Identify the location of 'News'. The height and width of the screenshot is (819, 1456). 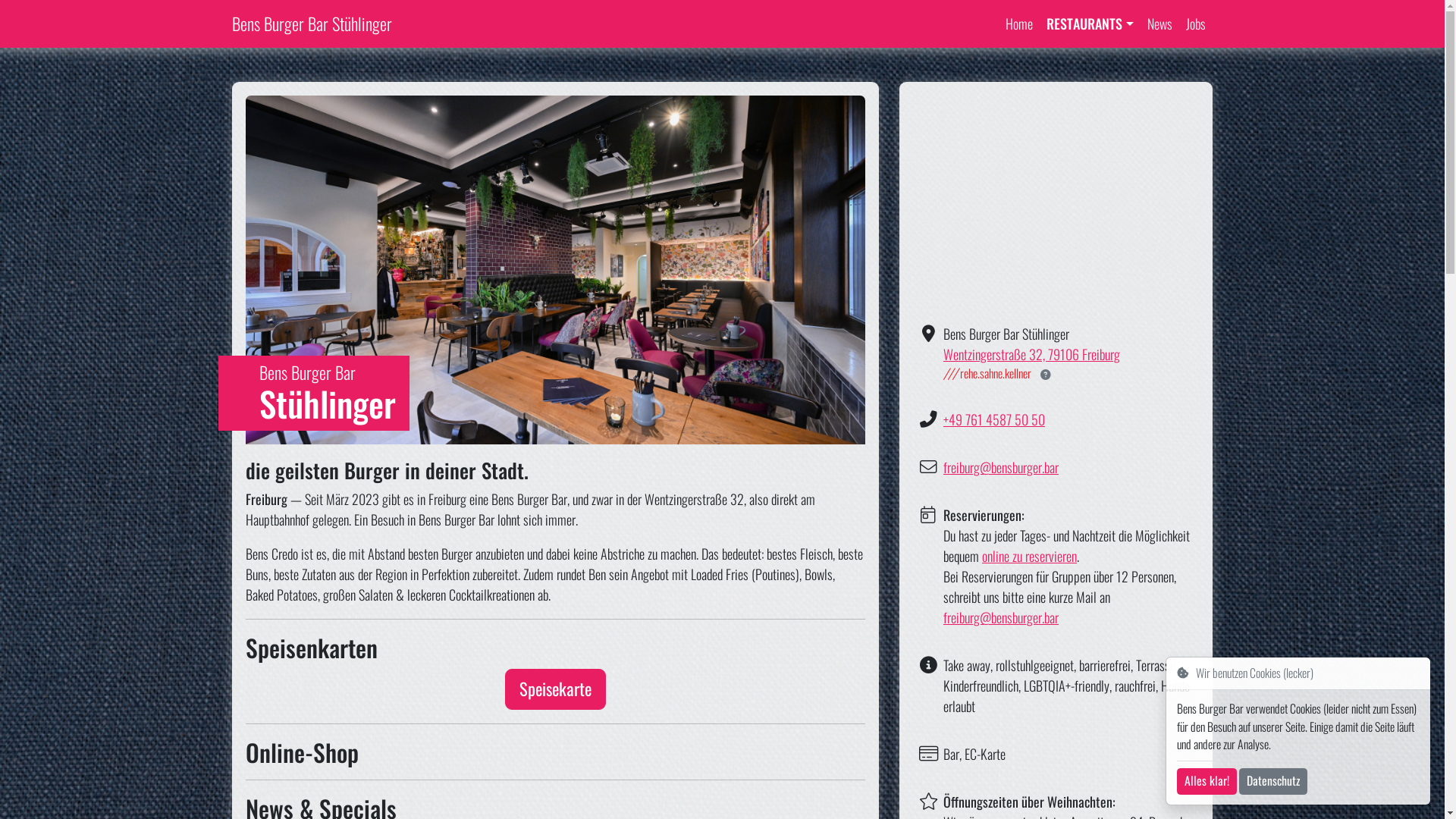
(1159, 24).